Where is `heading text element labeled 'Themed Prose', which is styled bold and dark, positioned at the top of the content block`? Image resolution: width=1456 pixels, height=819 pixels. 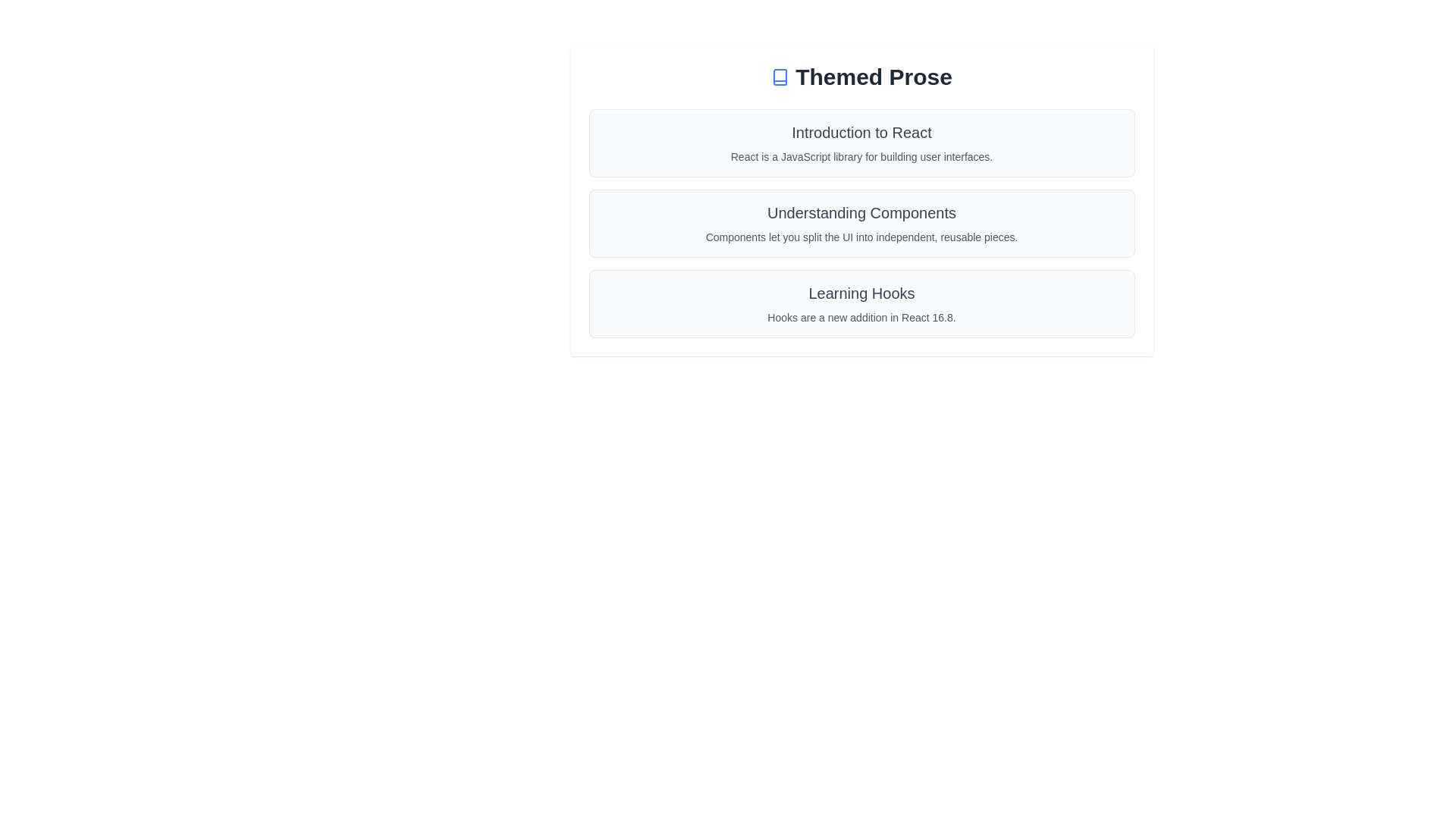
heading text element labeled 'Themed Prose', which is styled bold and dark, positioned at the top of the content block is located at coordinates (861, 77).